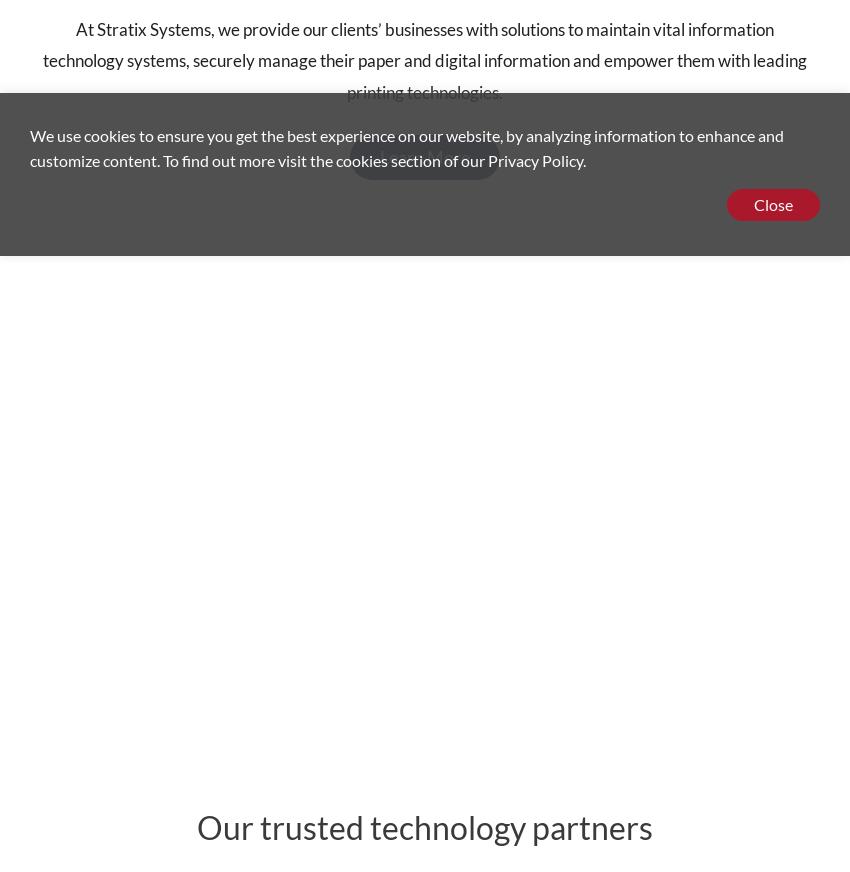 Image resolution: width=850 pixels, height=872 pixels. What do you see at coordinates (487, 160) in the screenshot?
I see `'Privacy Policy'` at bounding box center [487, 160].